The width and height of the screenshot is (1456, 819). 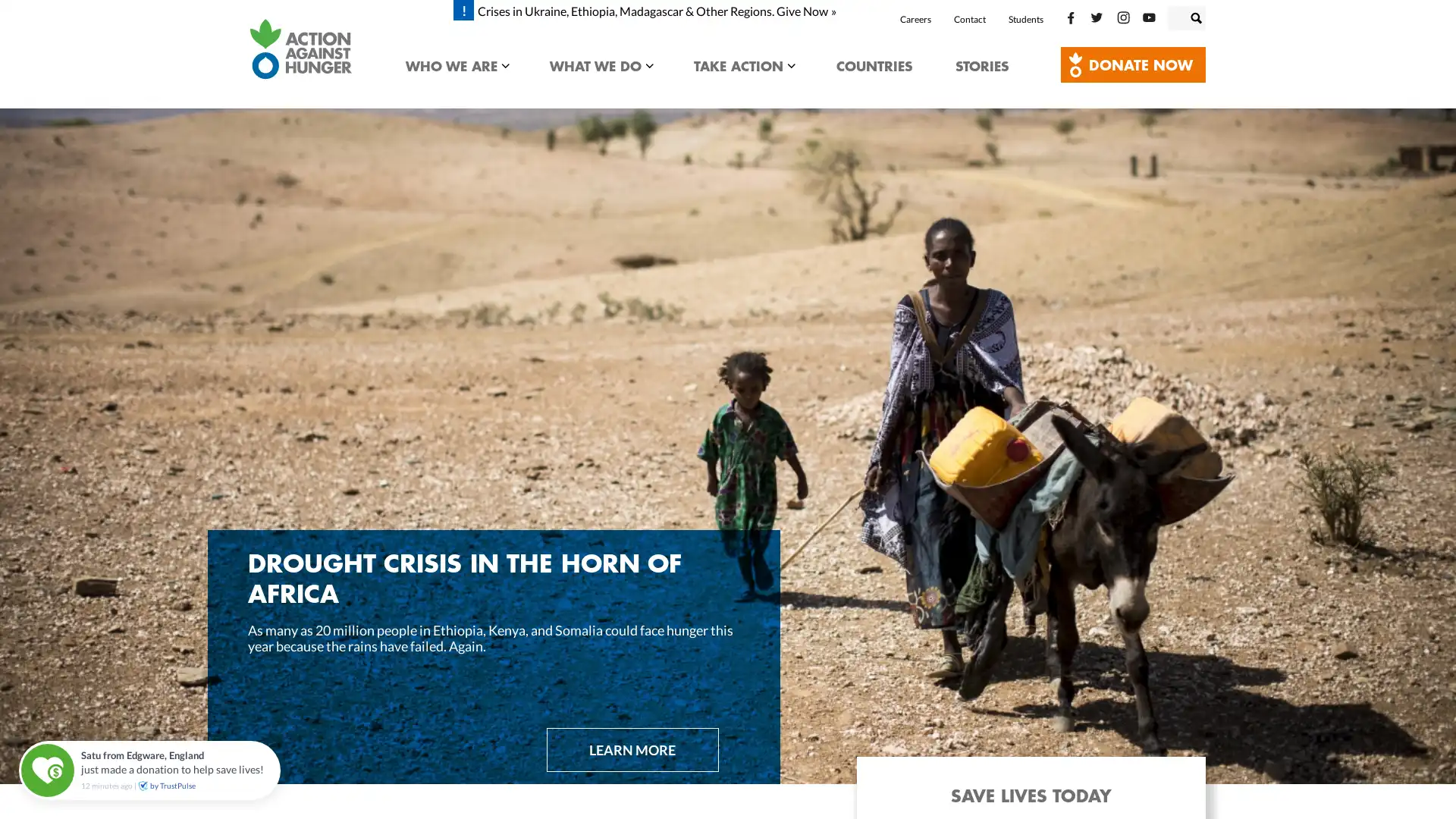 What do you see at coordinates (1211, 14) in the screenshot?
I see `Search` at bounding box center [1211, 14].